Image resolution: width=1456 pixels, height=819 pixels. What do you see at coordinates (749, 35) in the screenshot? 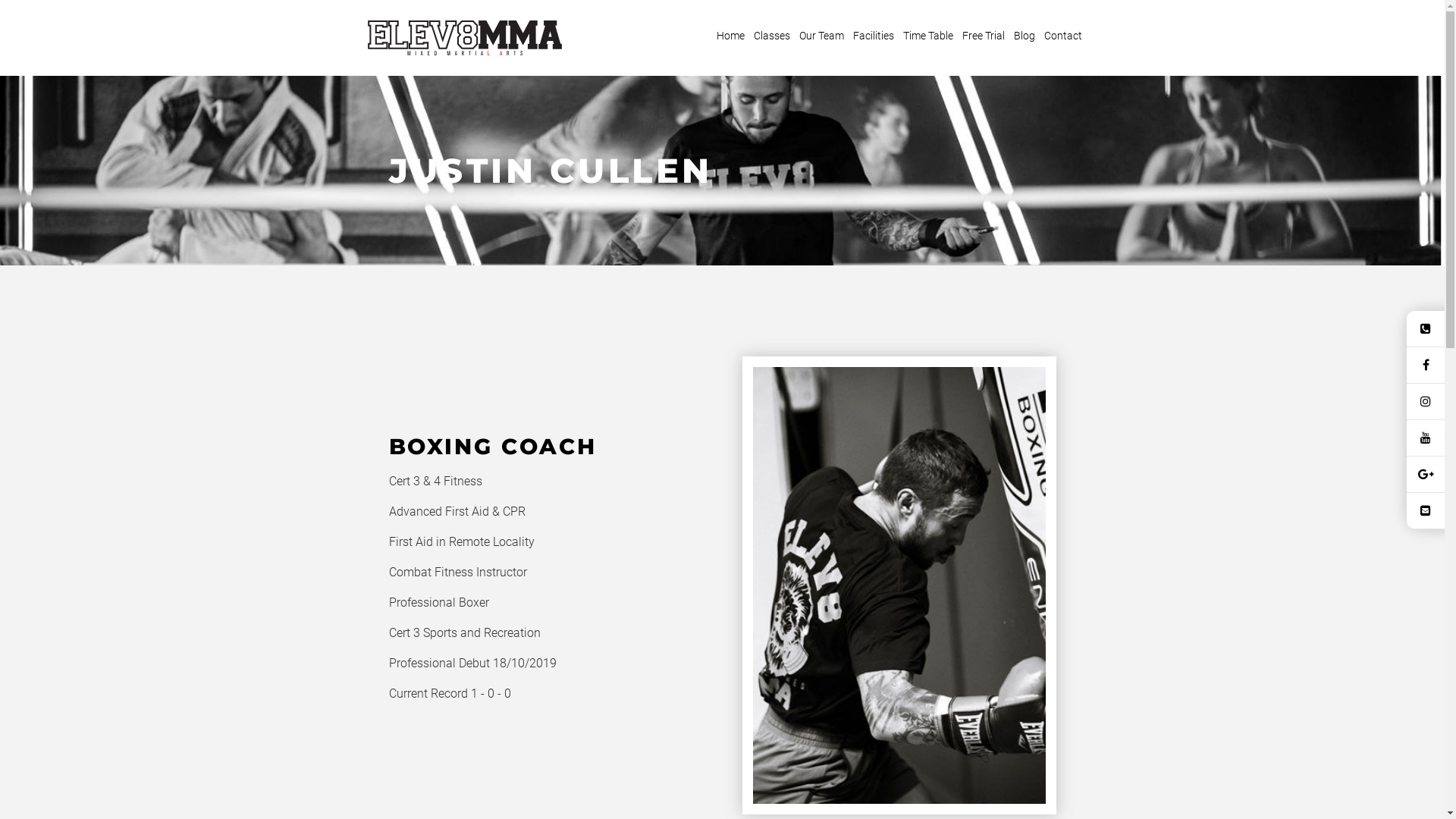
I see `'Classes'` at bounding box center [749, 35].